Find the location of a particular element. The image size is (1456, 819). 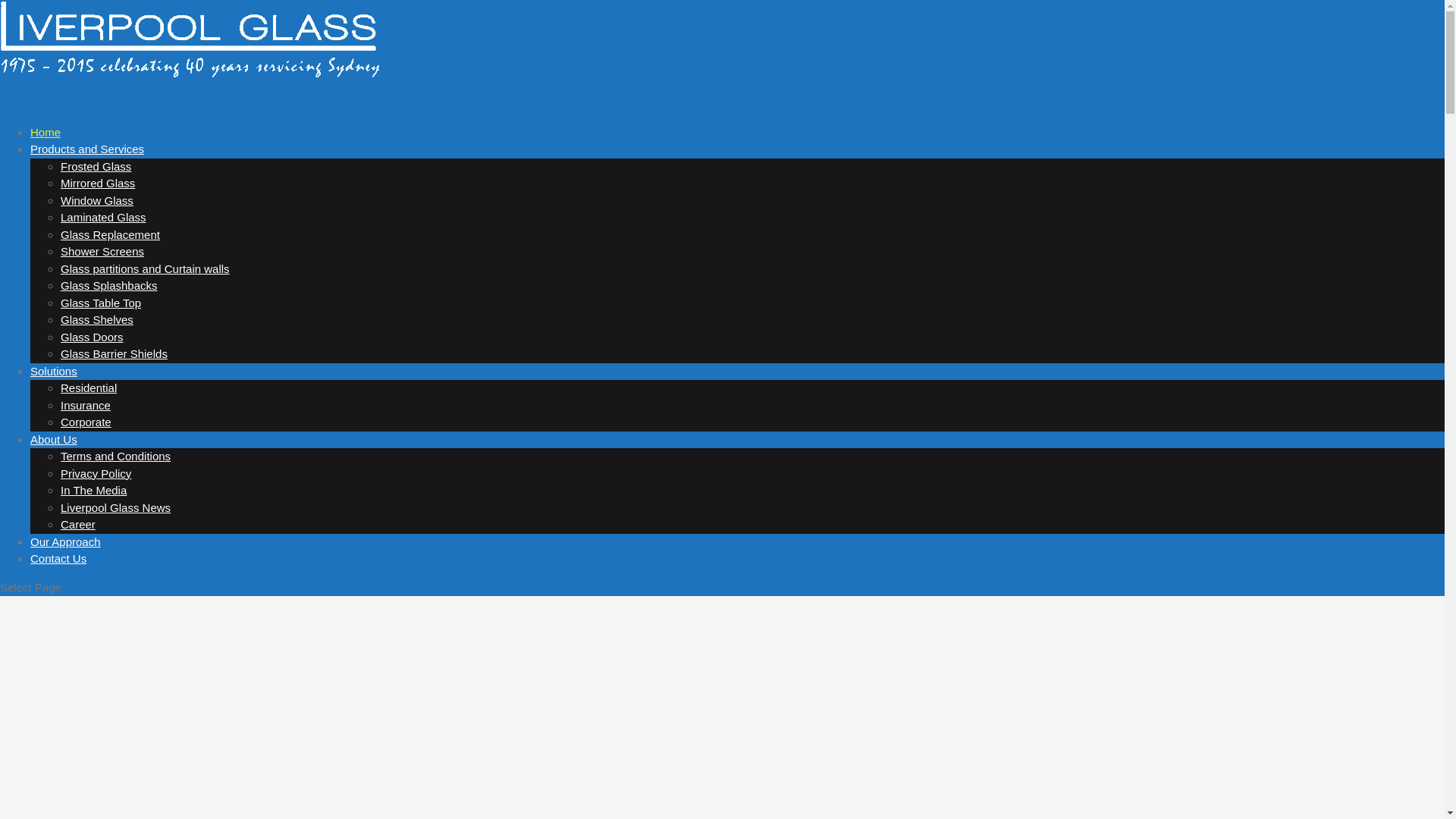

'Glass Barrier Shields' is located at coordinates (113, 353).